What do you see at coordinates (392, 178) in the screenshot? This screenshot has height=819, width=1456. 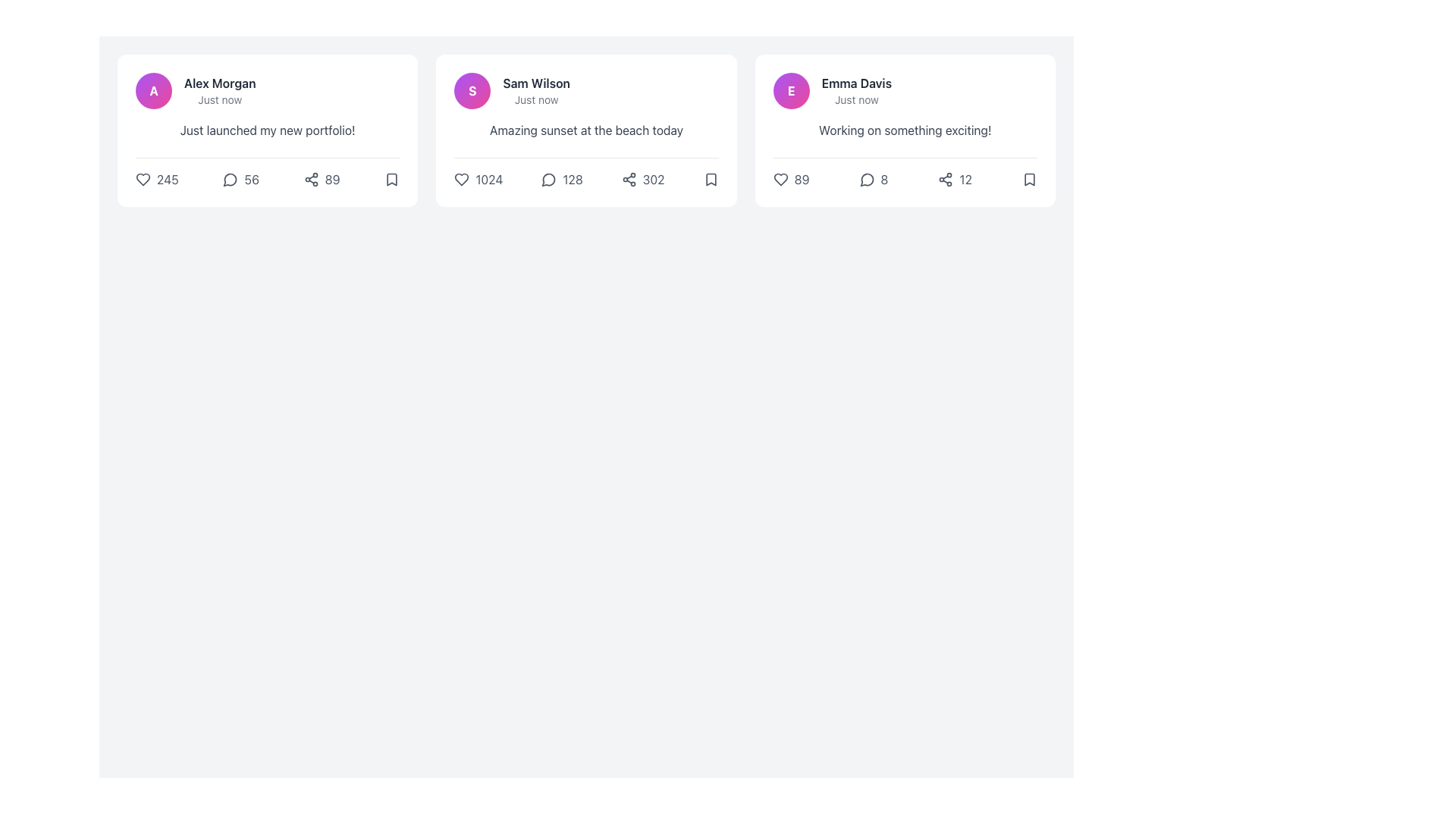 I see `the bookmark icon outlined in dark gray, located at the far-right end of the statistics bar under the card titled 'Alex Morgan', to change its color to yellow` at bounding box center [392, 178].